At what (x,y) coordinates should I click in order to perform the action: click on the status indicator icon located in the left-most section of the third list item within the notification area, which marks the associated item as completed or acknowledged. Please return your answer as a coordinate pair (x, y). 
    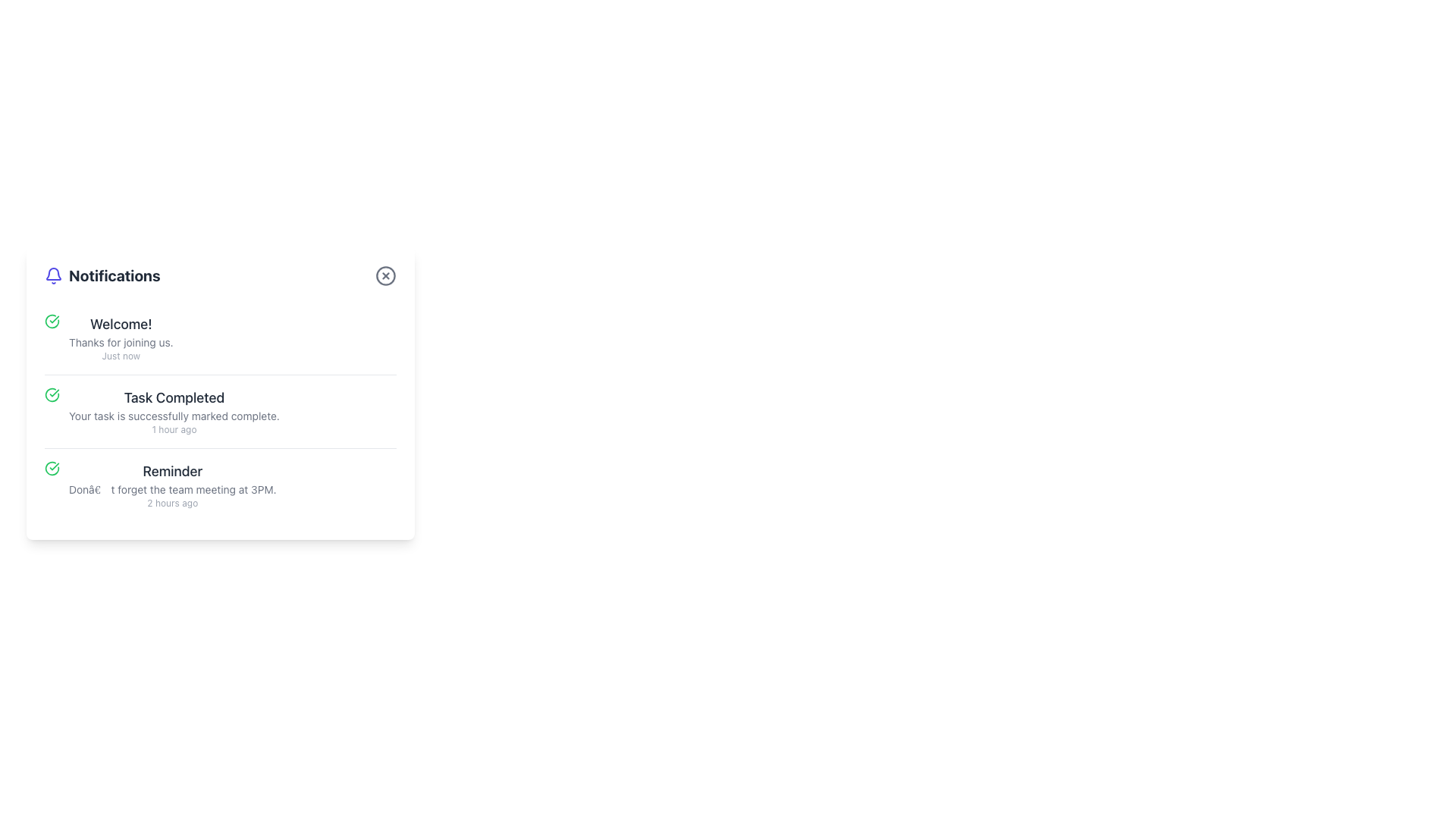
    Looking at the image, I should click on (52, 467).